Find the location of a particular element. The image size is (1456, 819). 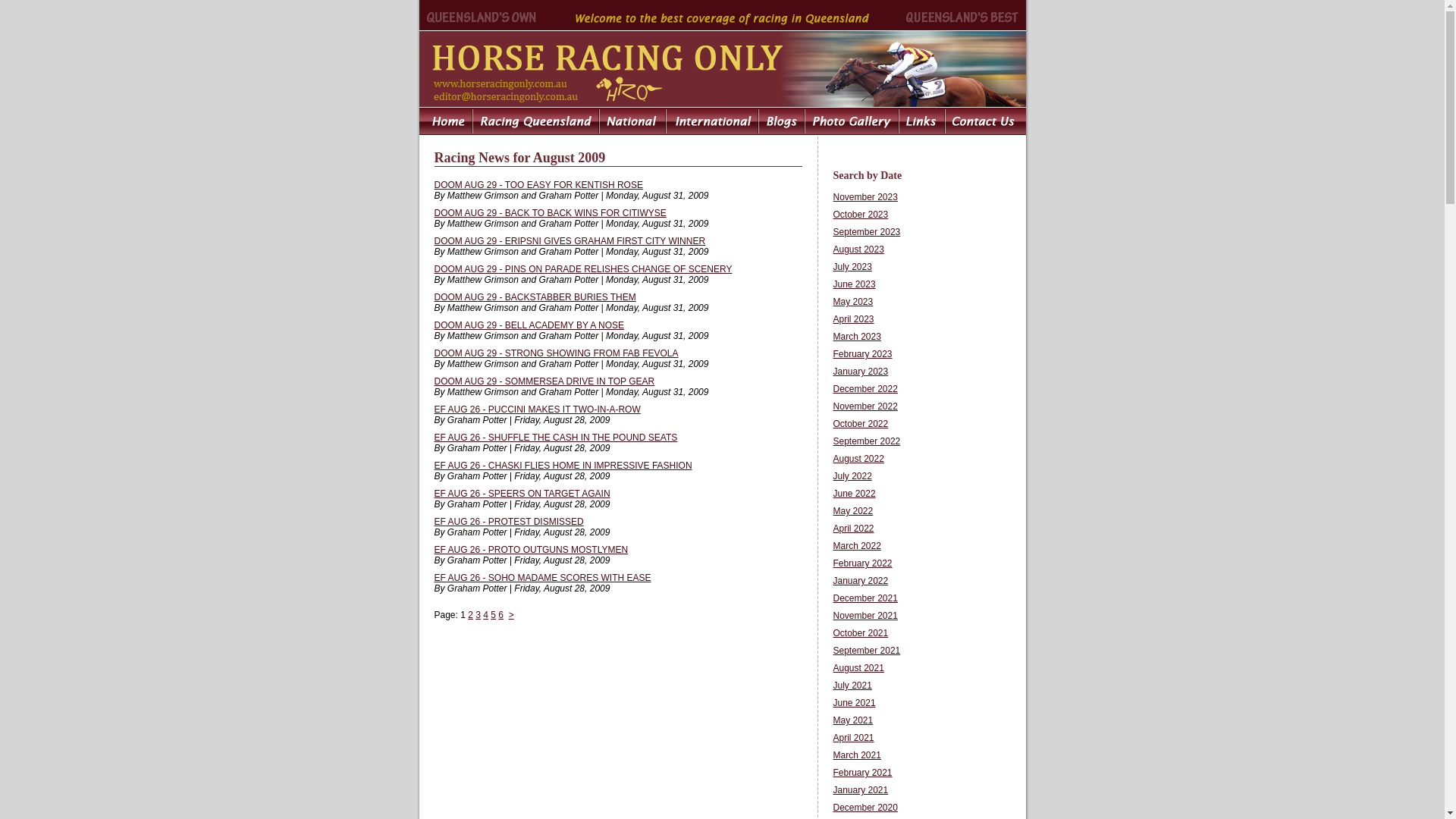

'EF AUG 26 - CHASKI FLIES HOME IN IMPRESSIVE FASHION' is located at coordinates (562, 464).